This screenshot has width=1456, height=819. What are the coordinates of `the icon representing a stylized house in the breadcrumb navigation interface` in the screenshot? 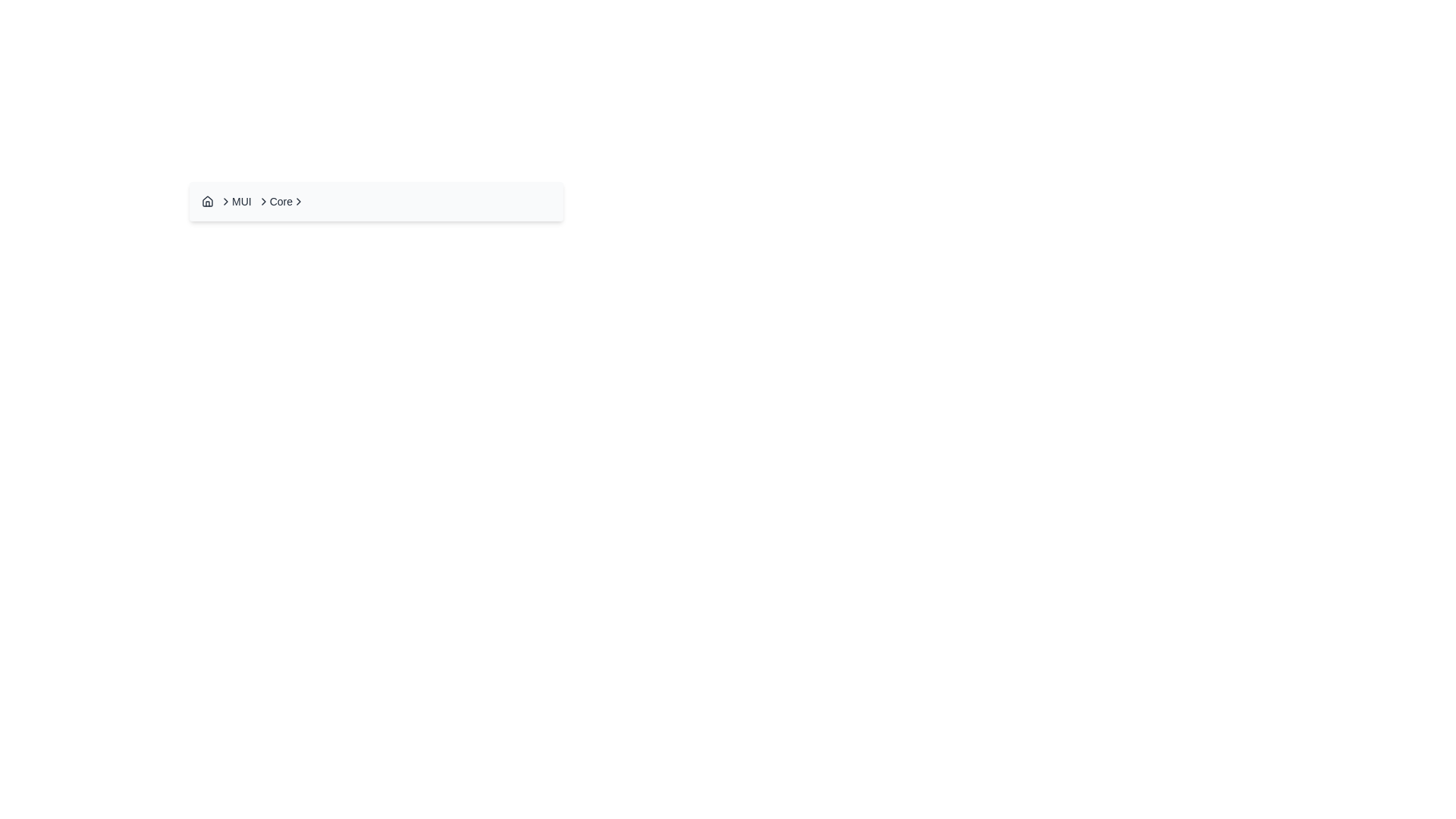 It's located at (206, 201).